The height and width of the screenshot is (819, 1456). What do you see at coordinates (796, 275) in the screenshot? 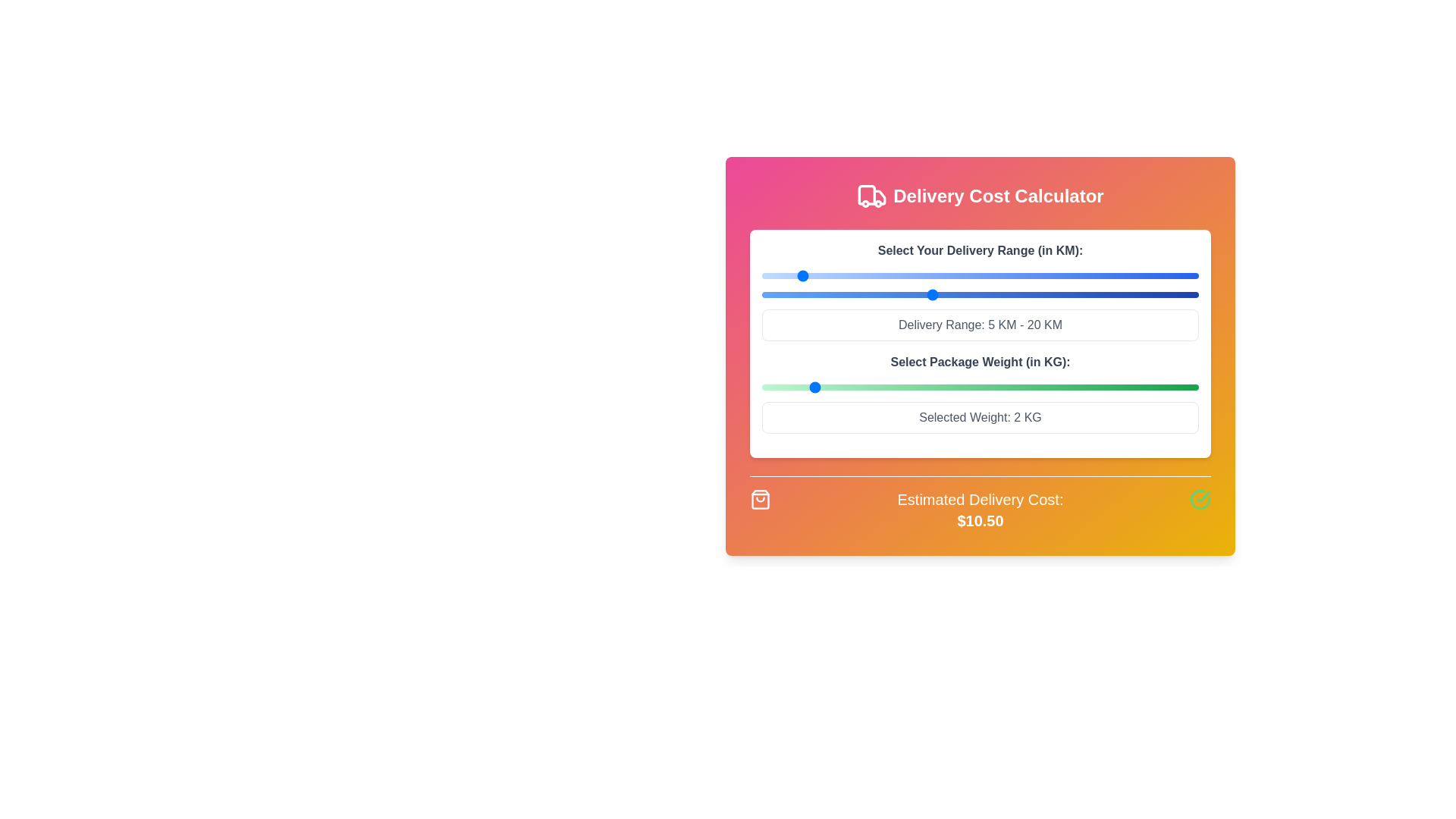
I see `the delivery range` at bounding box center [796, 275].